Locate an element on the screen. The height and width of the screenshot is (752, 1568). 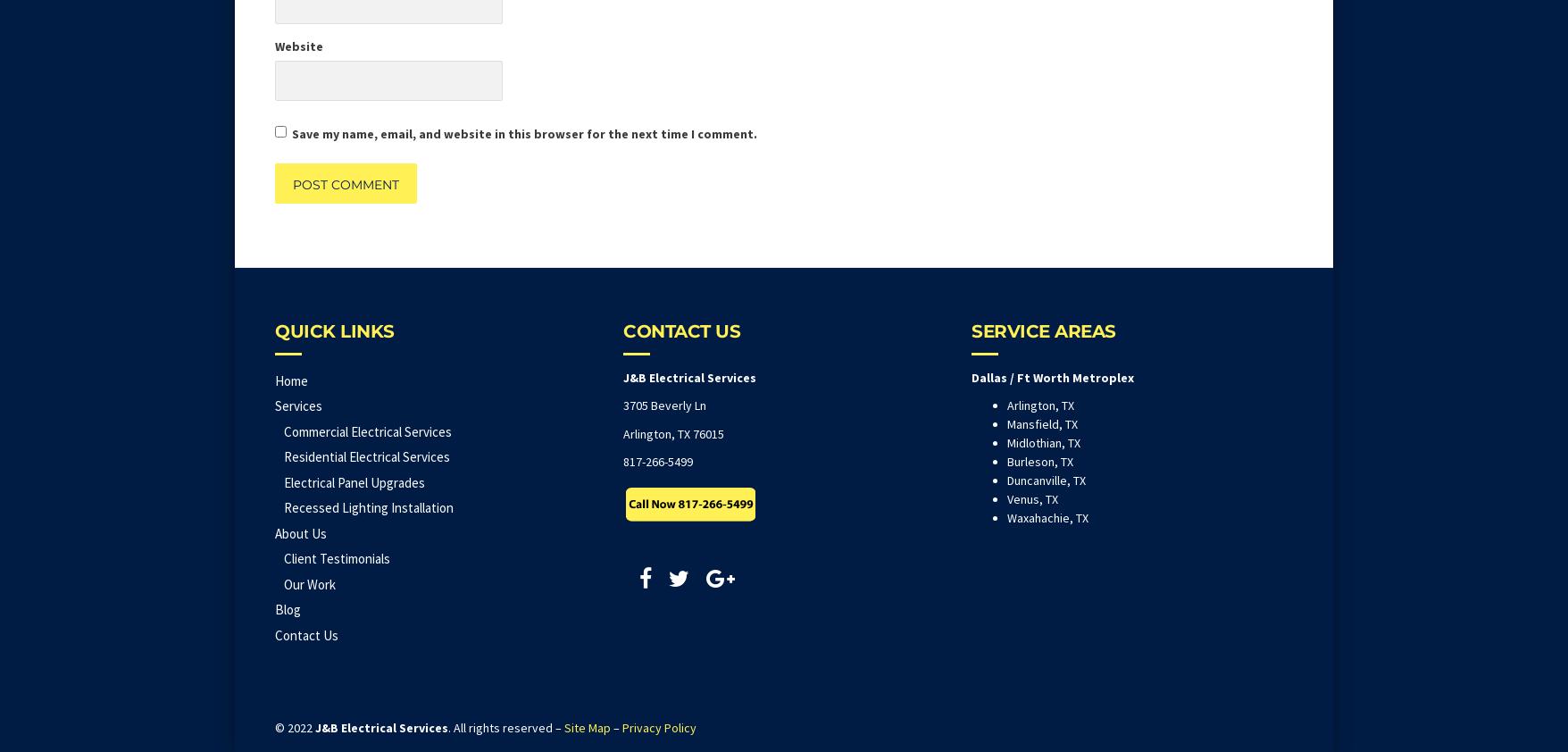
'. All rights reserved –' is located at coordinates (448, 727).